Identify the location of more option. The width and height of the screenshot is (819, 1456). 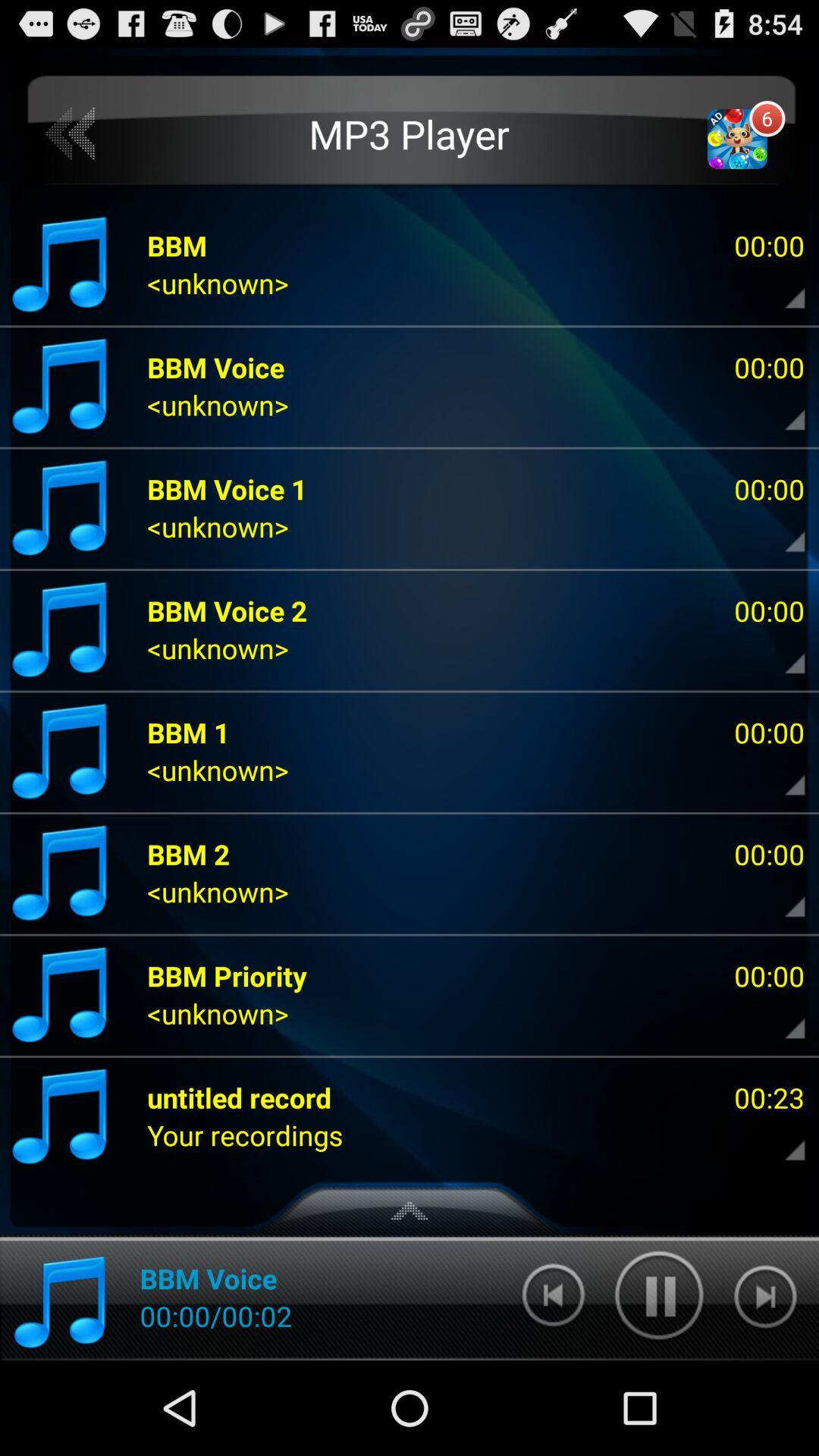
(782, 1135).